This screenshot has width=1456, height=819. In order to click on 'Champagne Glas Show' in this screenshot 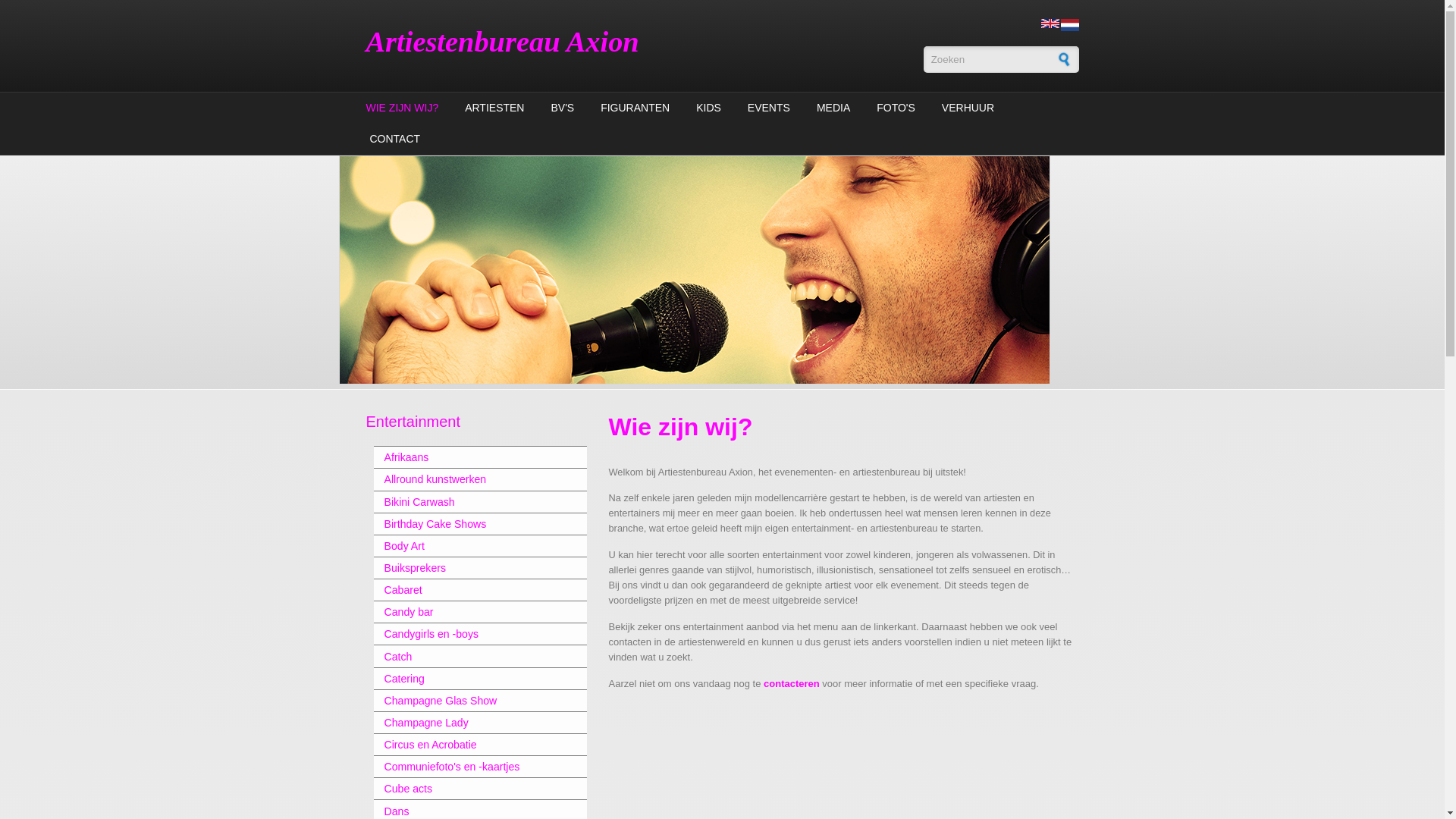, I will do `click(469, 701)`.